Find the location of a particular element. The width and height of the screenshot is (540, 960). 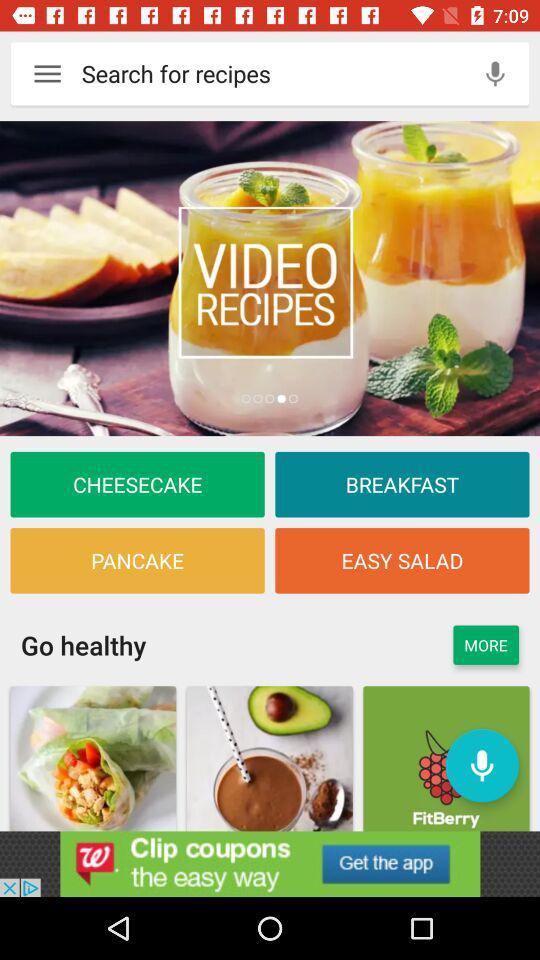

the microphone icon is located at coordinates (481, 764).